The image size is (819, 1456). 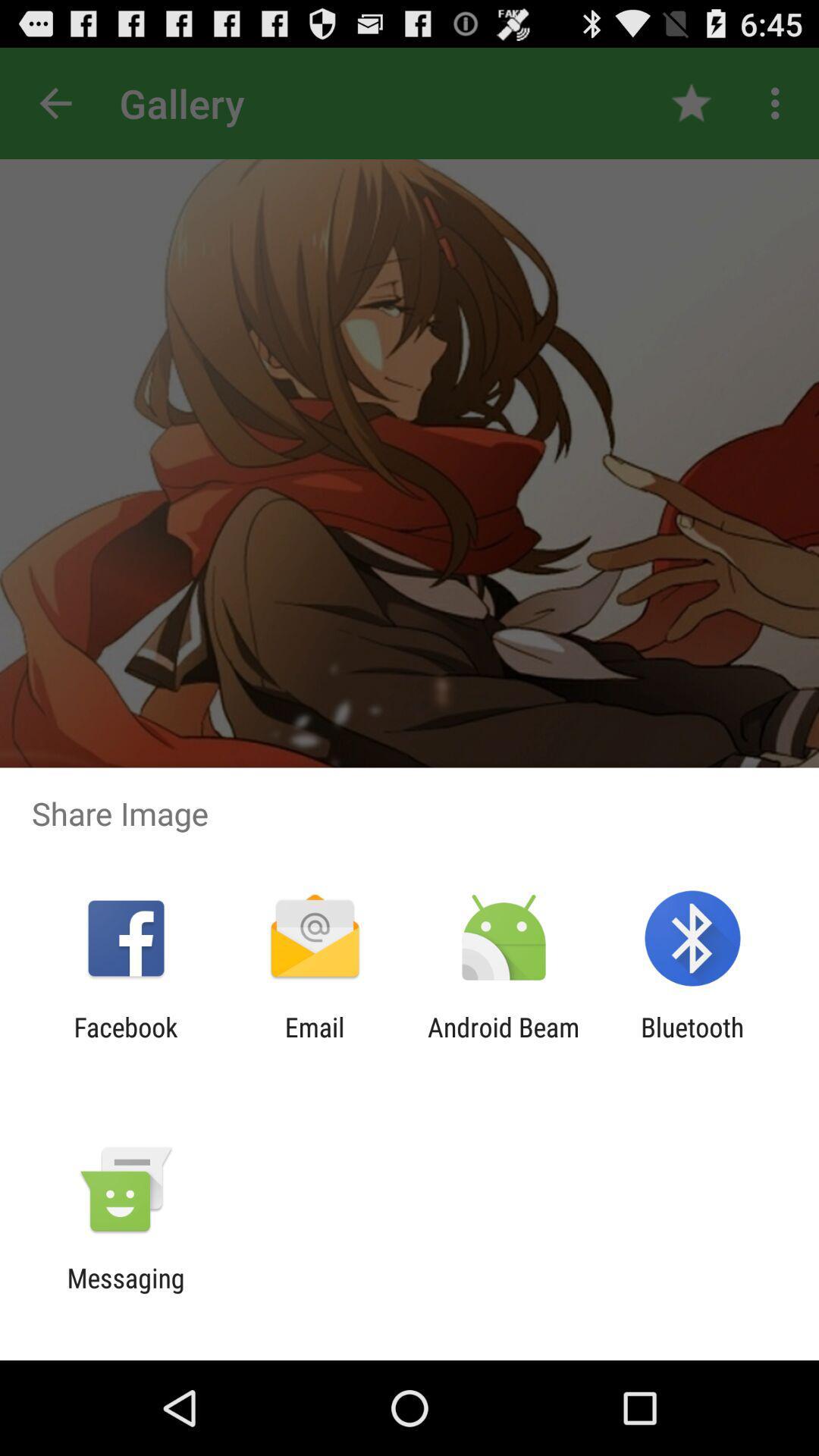 What do you see at coordinates (504, 1042) in the screenshot?
I see `the app next to bluetooth icon` at bounding box center [504, 1042].